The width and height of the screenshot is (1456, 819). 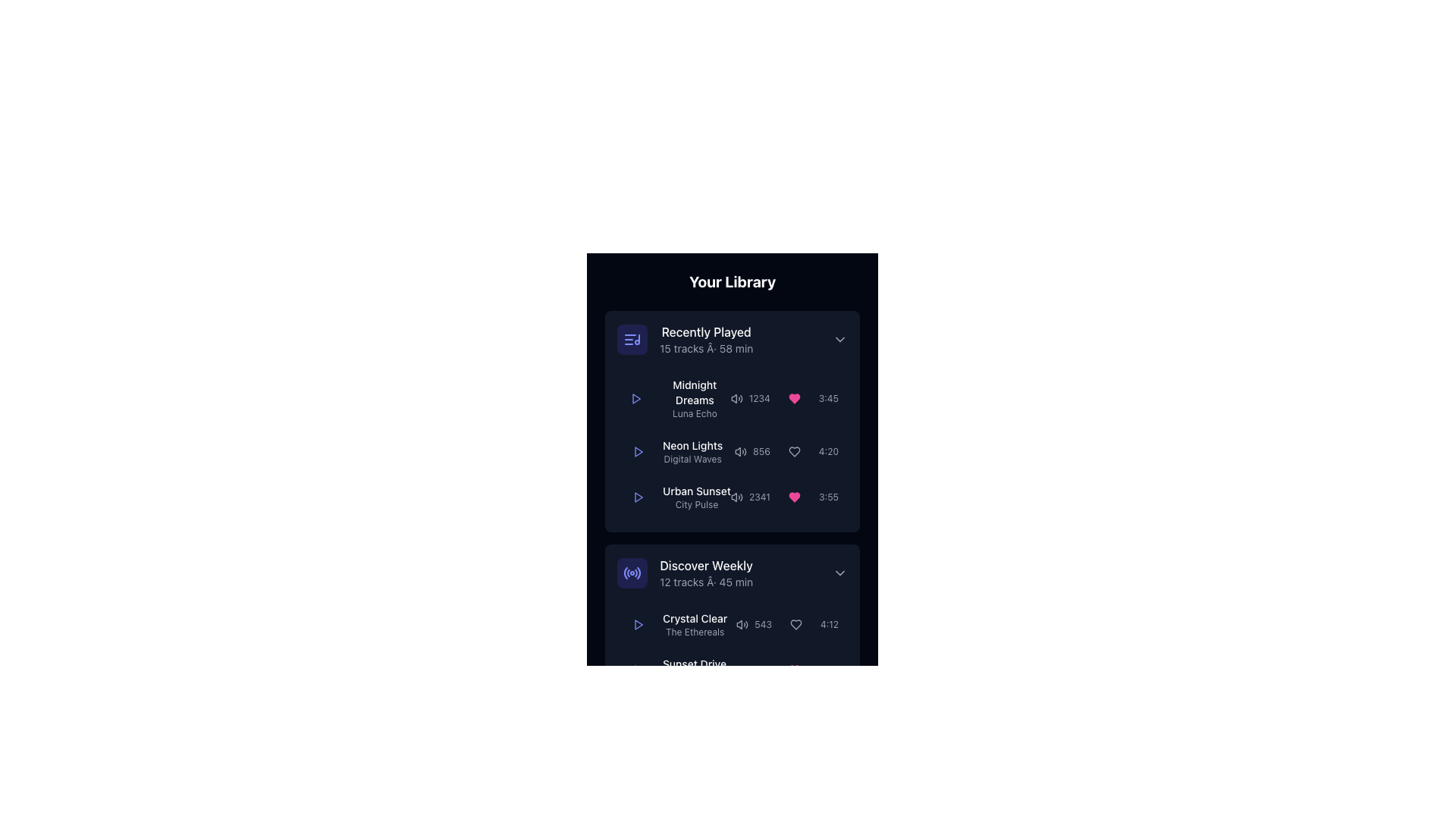 What do you see at coordinates (694, 619) in the screenshot?
I see `the main label for a media item in the 'Discover Weekly' section, which is positioned above 'The Ethereals'` at bounding box center [694, 619].